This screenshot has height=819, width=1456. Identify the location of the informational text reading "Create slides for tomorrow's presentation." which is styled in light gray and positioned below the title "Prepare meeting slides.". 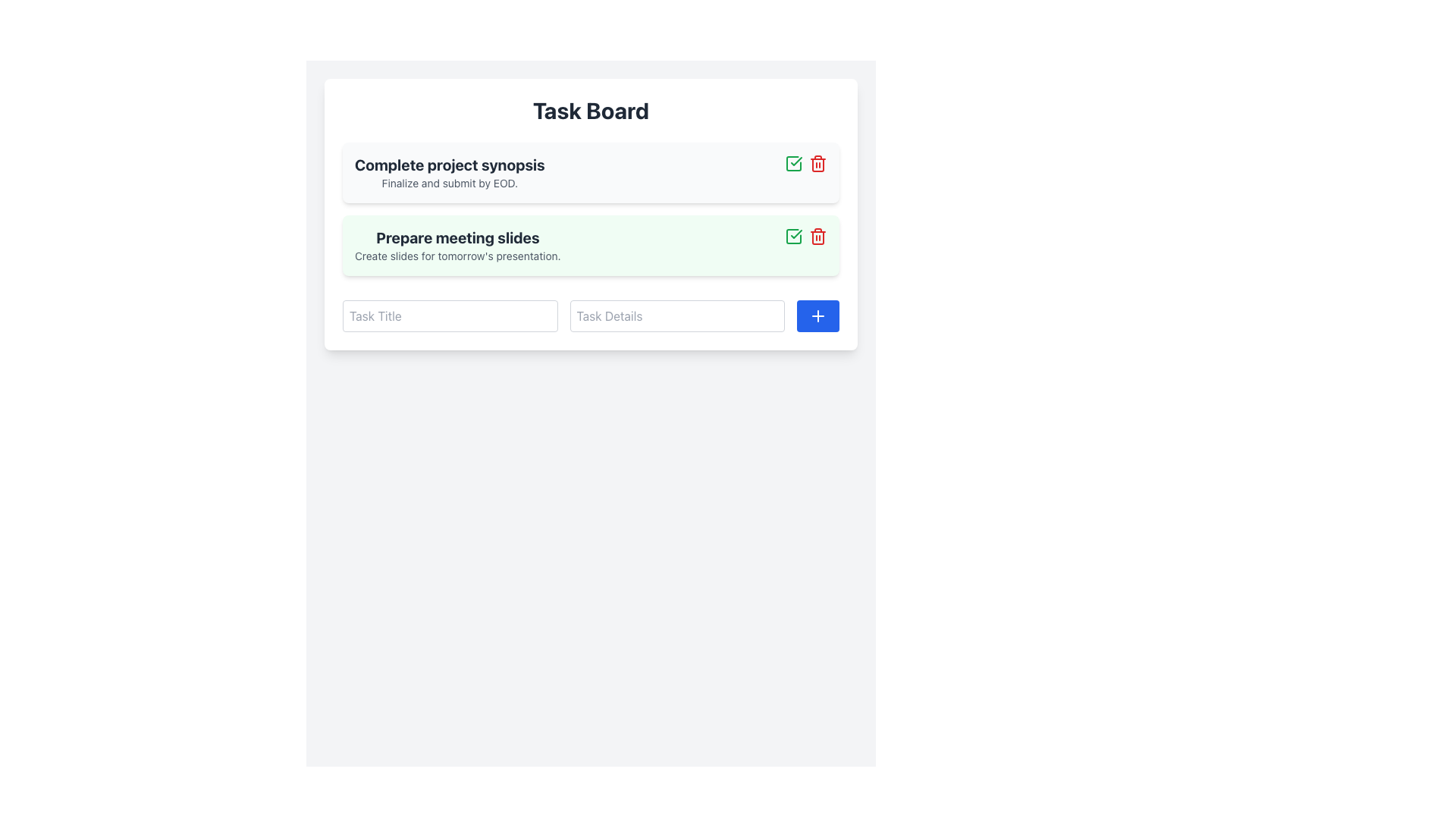
(457, 256).